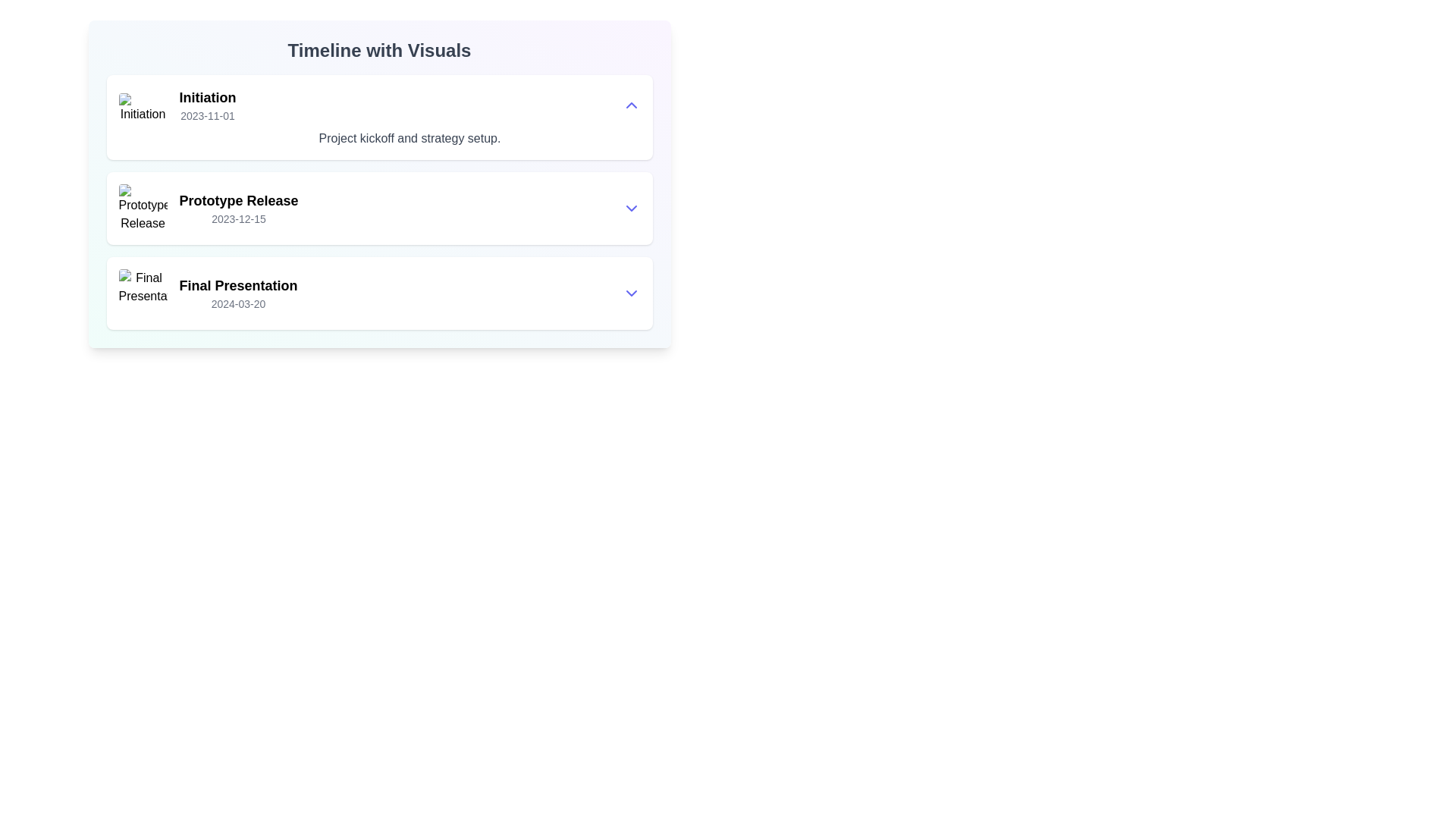  Describe the element at coordinates (143, 293) in the screenshot. I see `the square-shaped thumbnail image with rounded corners located within the 'Final Presentation' list item, which is labeled with the date '2024-03-20'` at that location.